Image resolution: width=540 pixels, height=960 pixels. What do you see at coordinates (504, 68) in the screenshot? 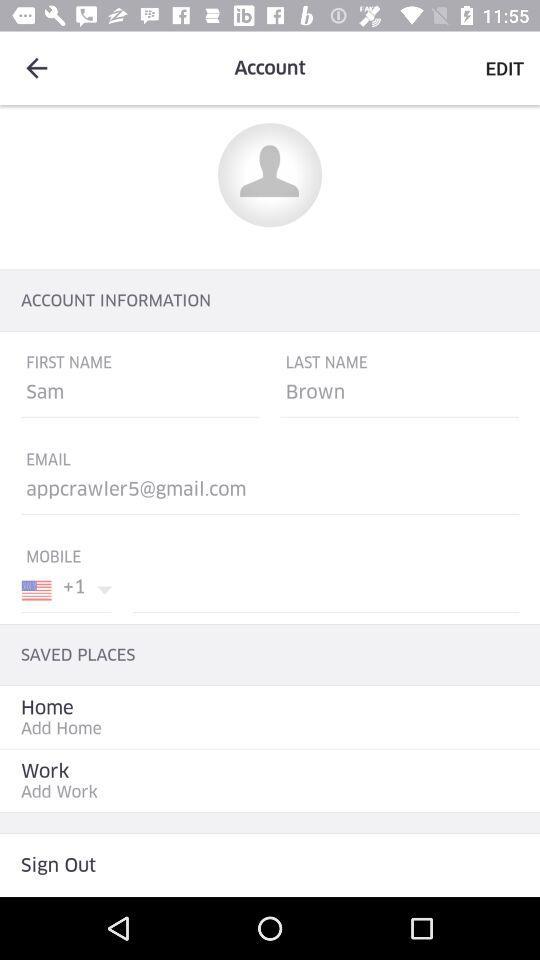
I see `edit option` at bounding box center [504, 68].